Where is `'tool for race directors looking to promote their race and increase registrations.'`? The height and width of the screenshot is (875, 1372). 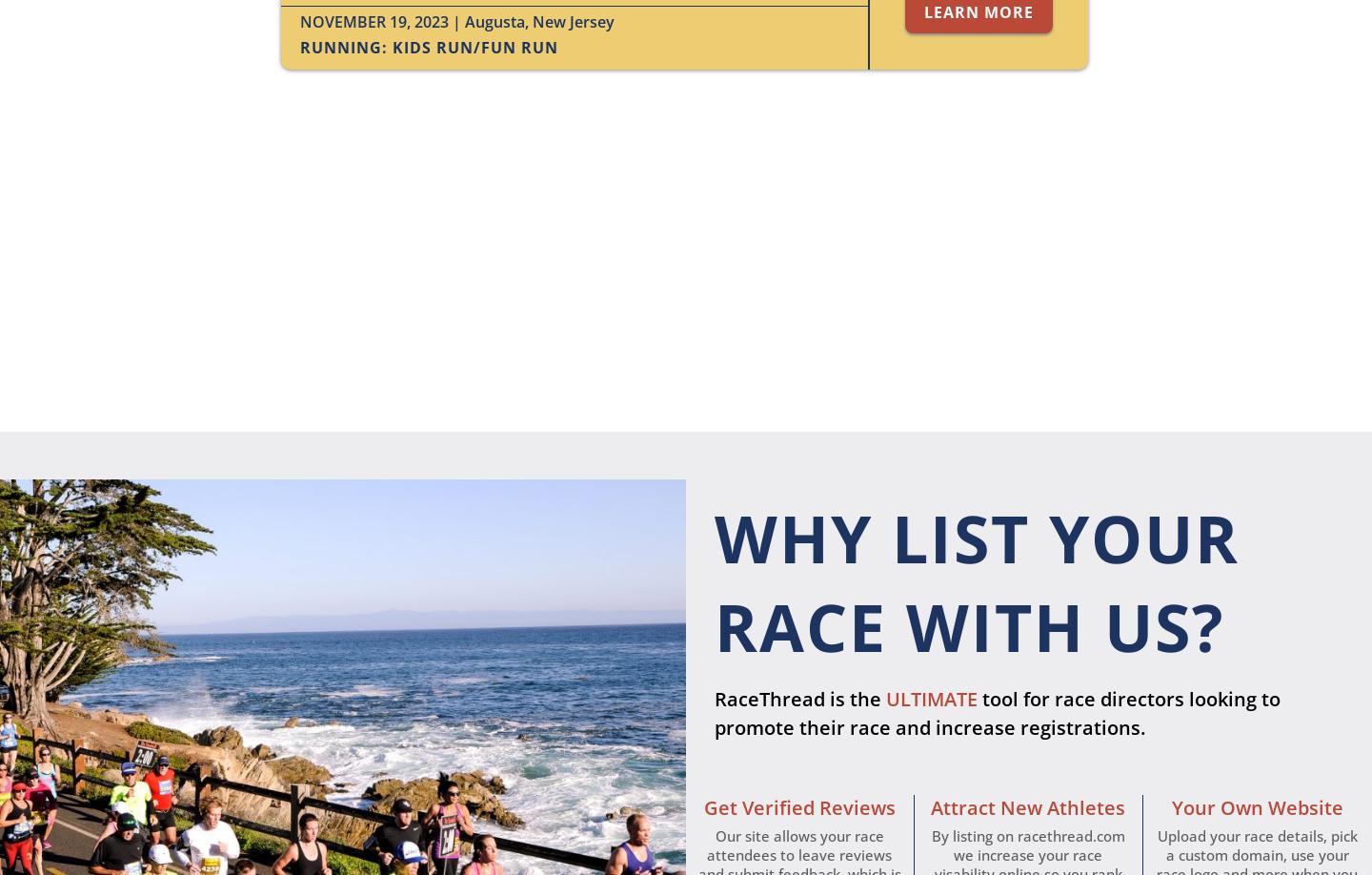 'tool for race directors looking to promote their race and increase registrations.' is located at coordinates (713, 712).